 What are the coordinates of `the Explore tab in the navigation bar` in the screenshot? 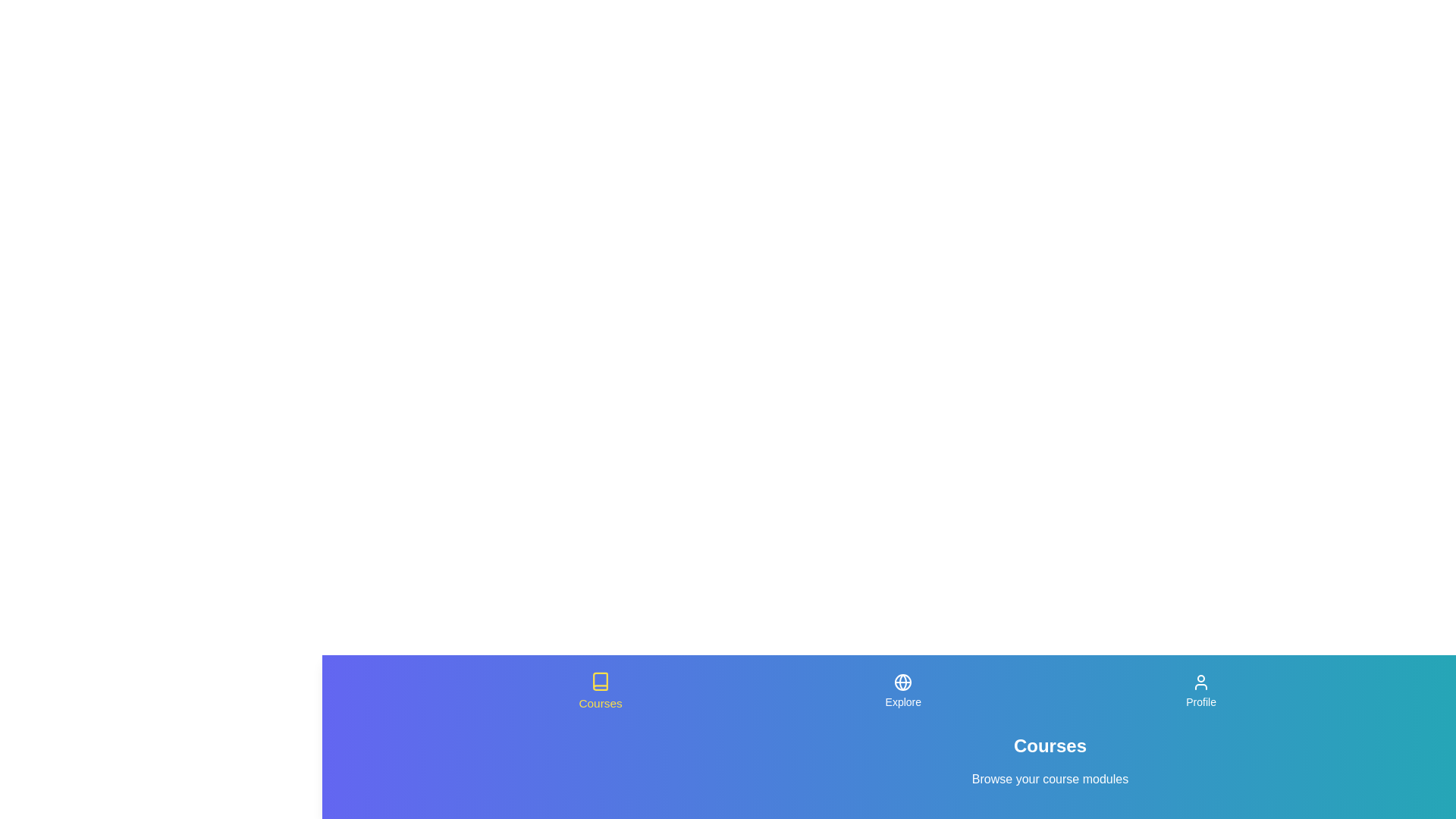 It's located at (902, 691).